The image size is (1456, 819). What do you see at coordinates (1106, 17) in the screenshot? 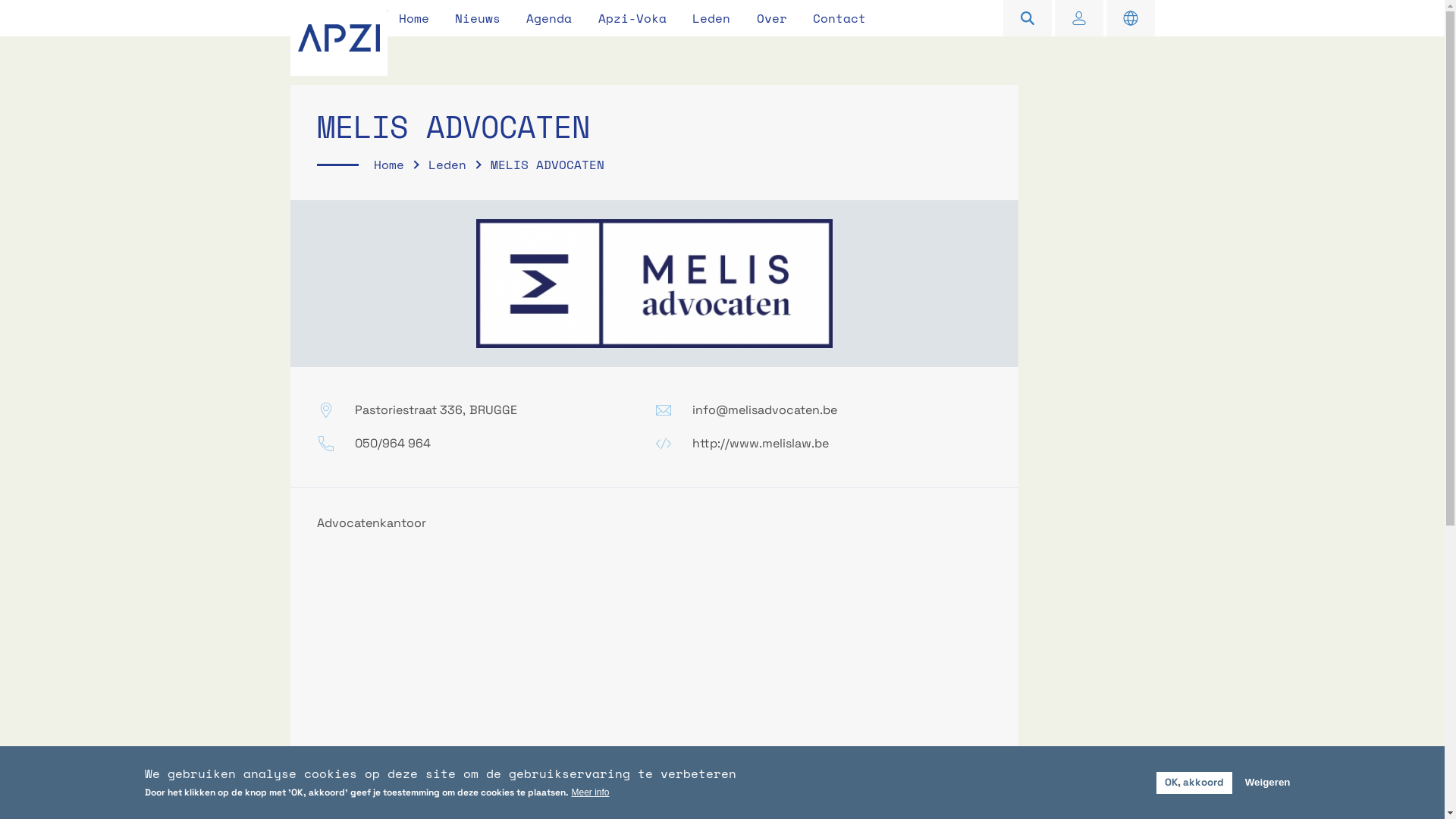
I see `'English information'` at bounding box center [1106, 17].